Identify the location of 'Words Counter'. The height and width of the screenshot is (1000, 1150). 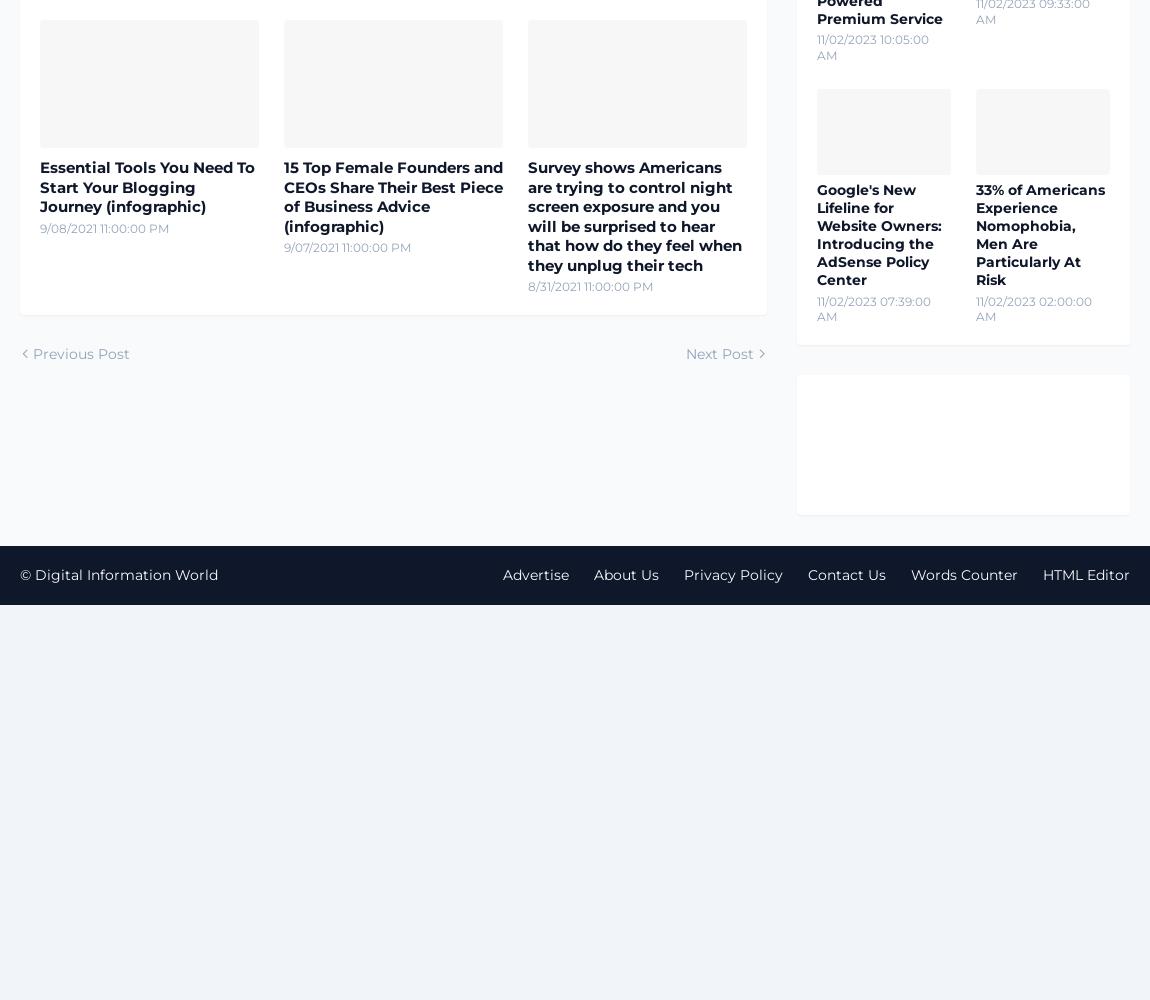
(964, 573).